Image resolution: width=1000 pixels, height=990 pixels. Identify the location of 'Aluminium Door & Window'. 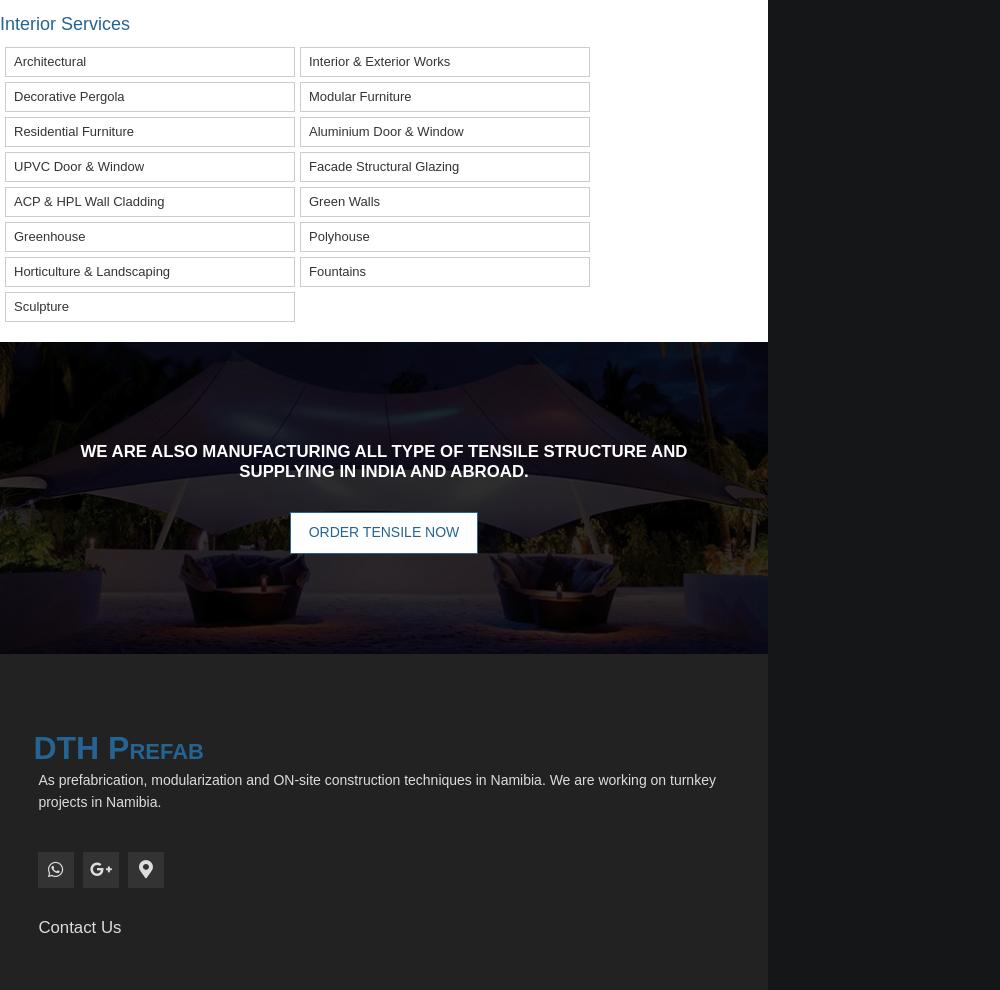
(386, 129).